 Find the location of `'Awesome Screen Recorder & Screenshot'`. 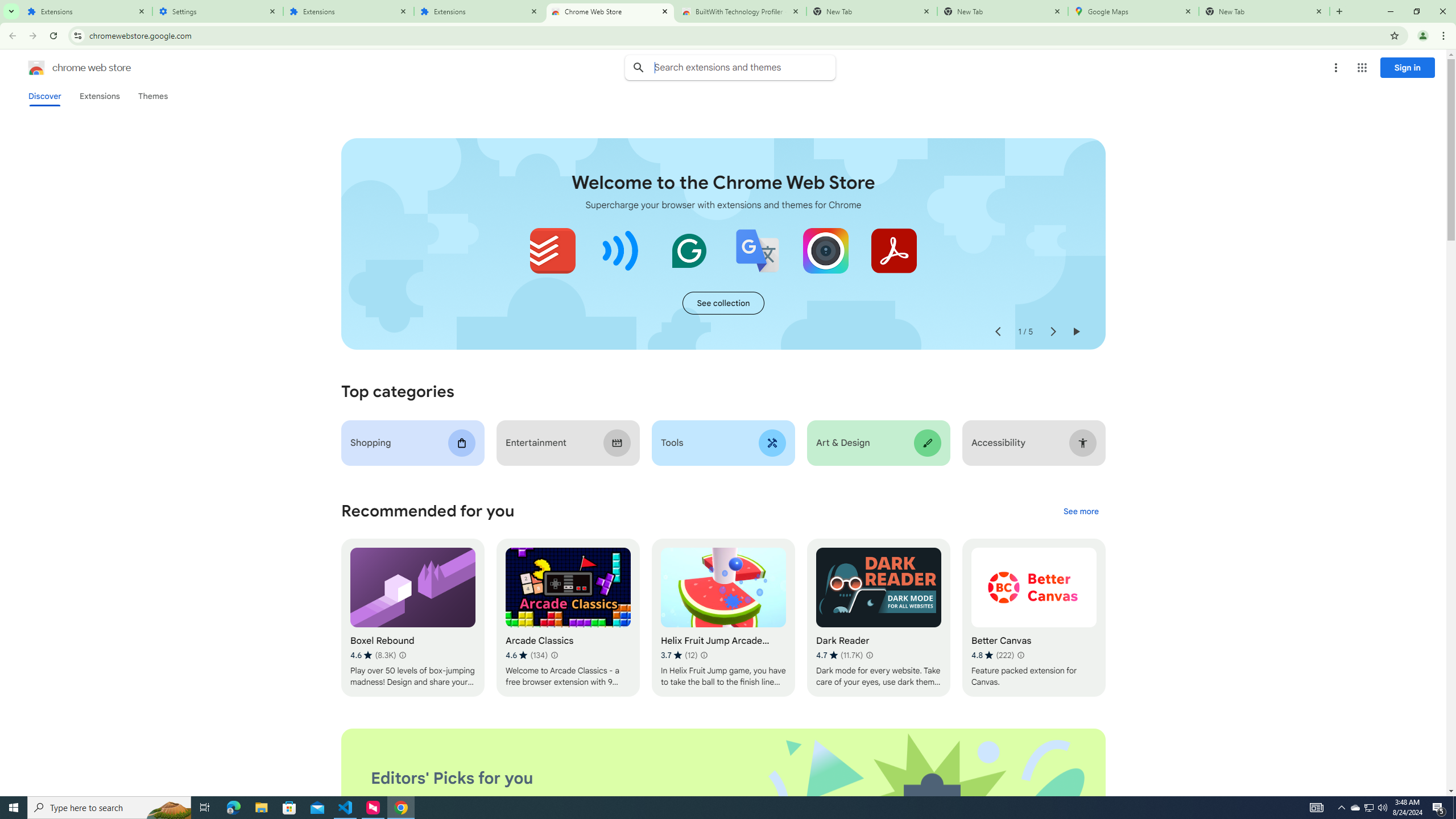

'Awesome Screen Recorder & Screenshot' is located at coordinates (825, 250).